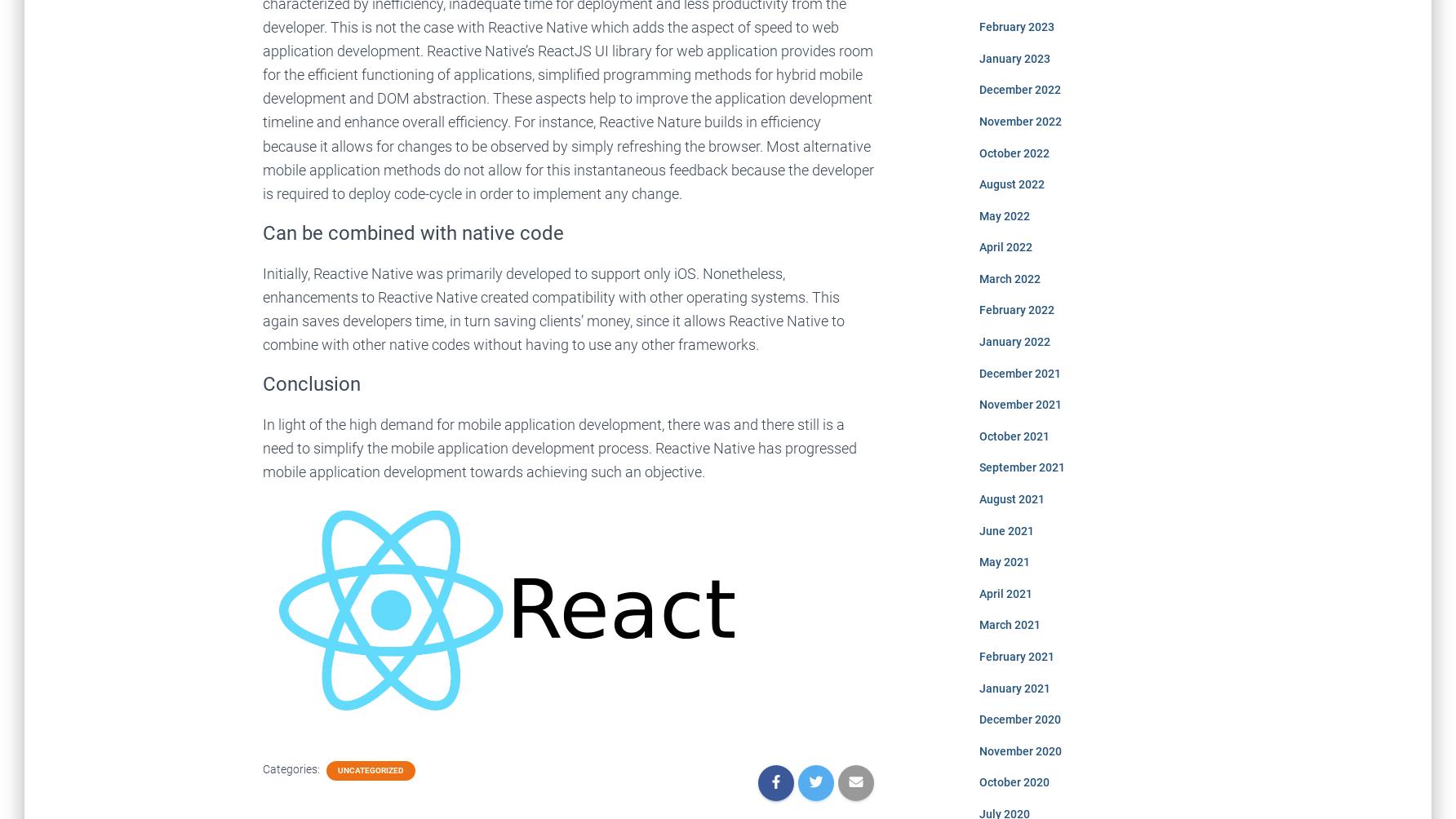  I want to click on 'April 2022', so click(1004, 247).